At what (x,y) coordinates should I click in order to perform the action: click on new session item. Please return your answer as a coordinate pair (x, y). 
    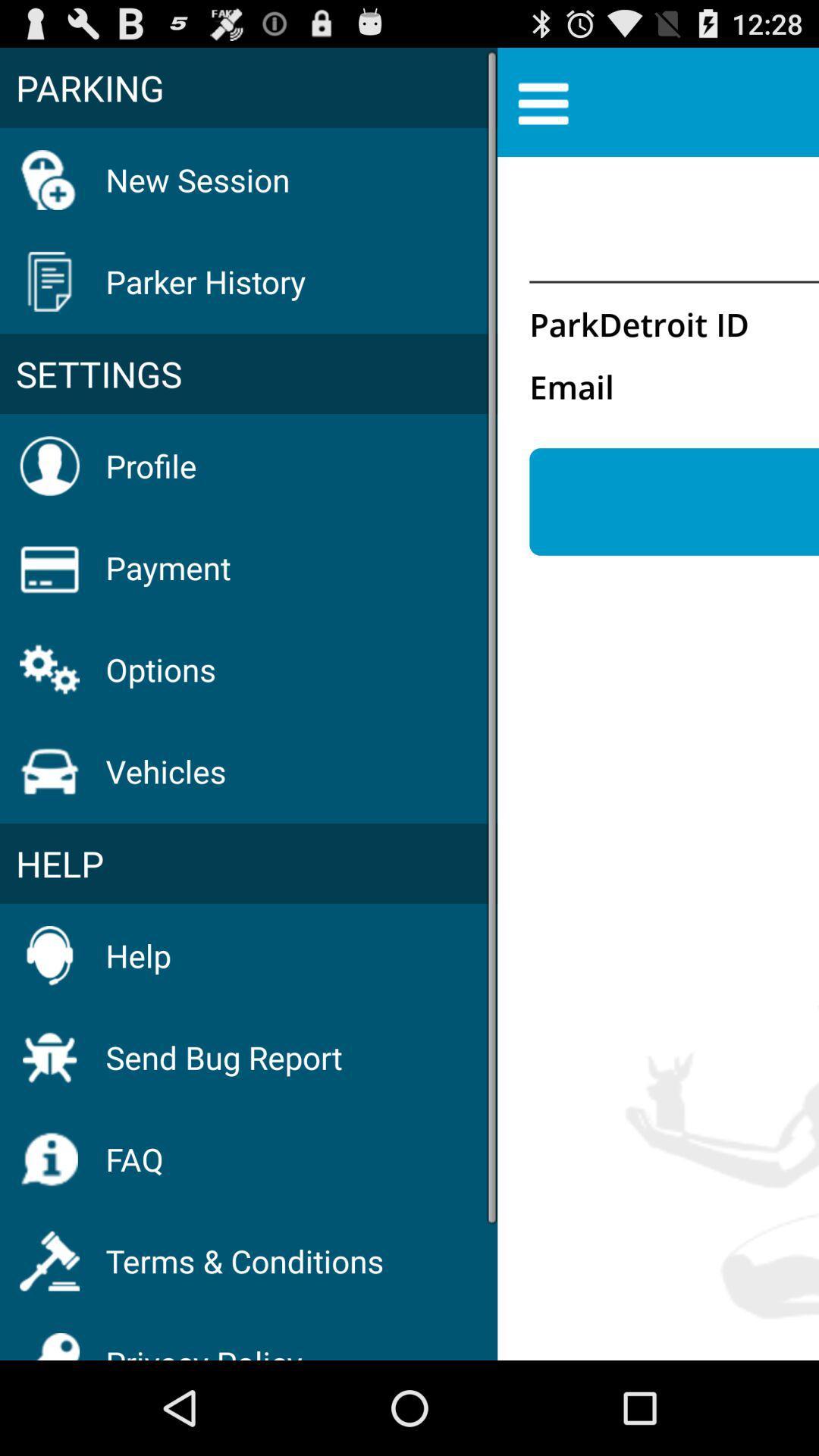
    Looking at the image, I should click on (197, 179).